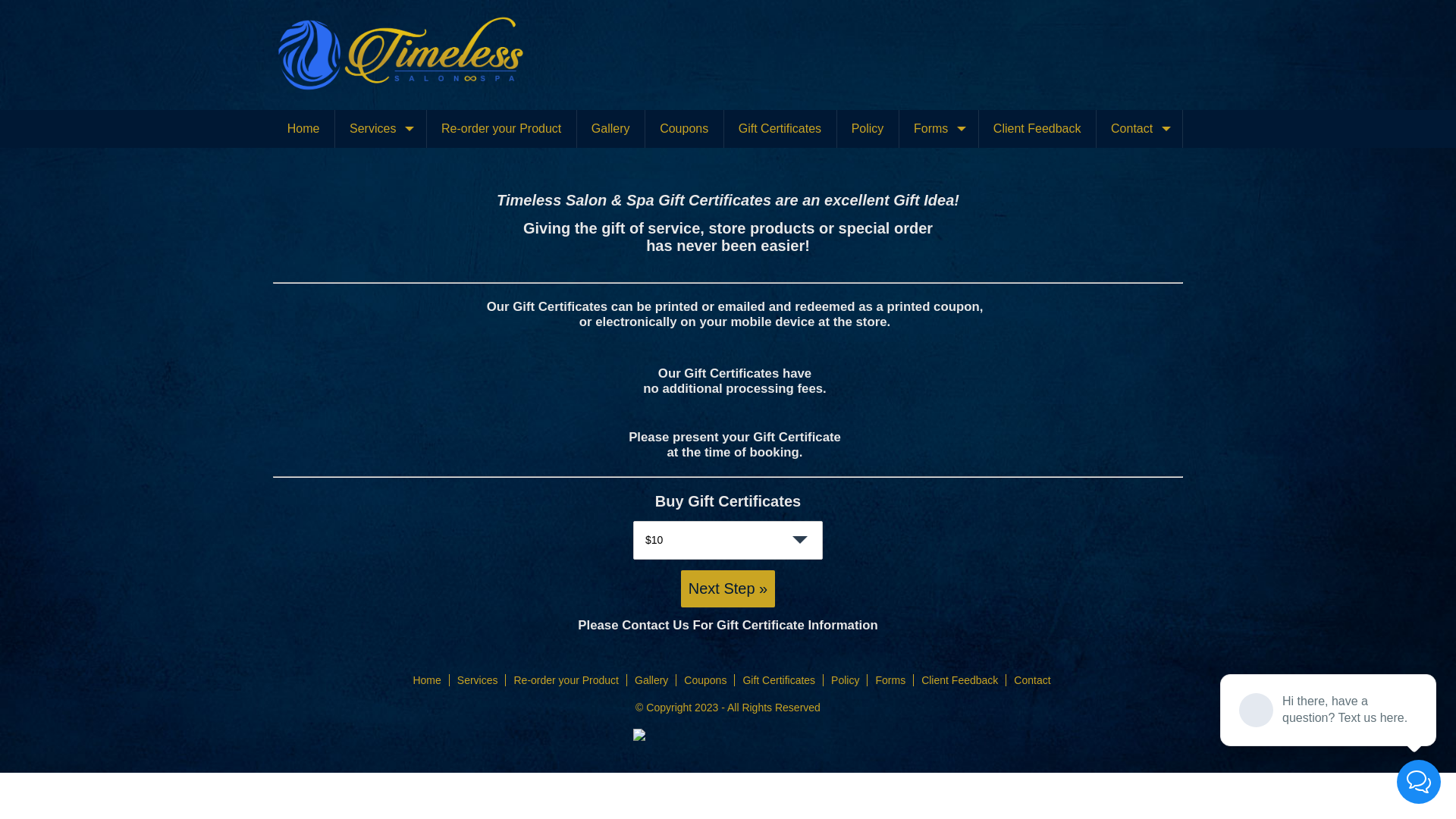 The width and height of the screenshot is (1456, 819). Describe the element at coordinates (651, 679) in the screenshot. I see `'Gallery'` at that location.